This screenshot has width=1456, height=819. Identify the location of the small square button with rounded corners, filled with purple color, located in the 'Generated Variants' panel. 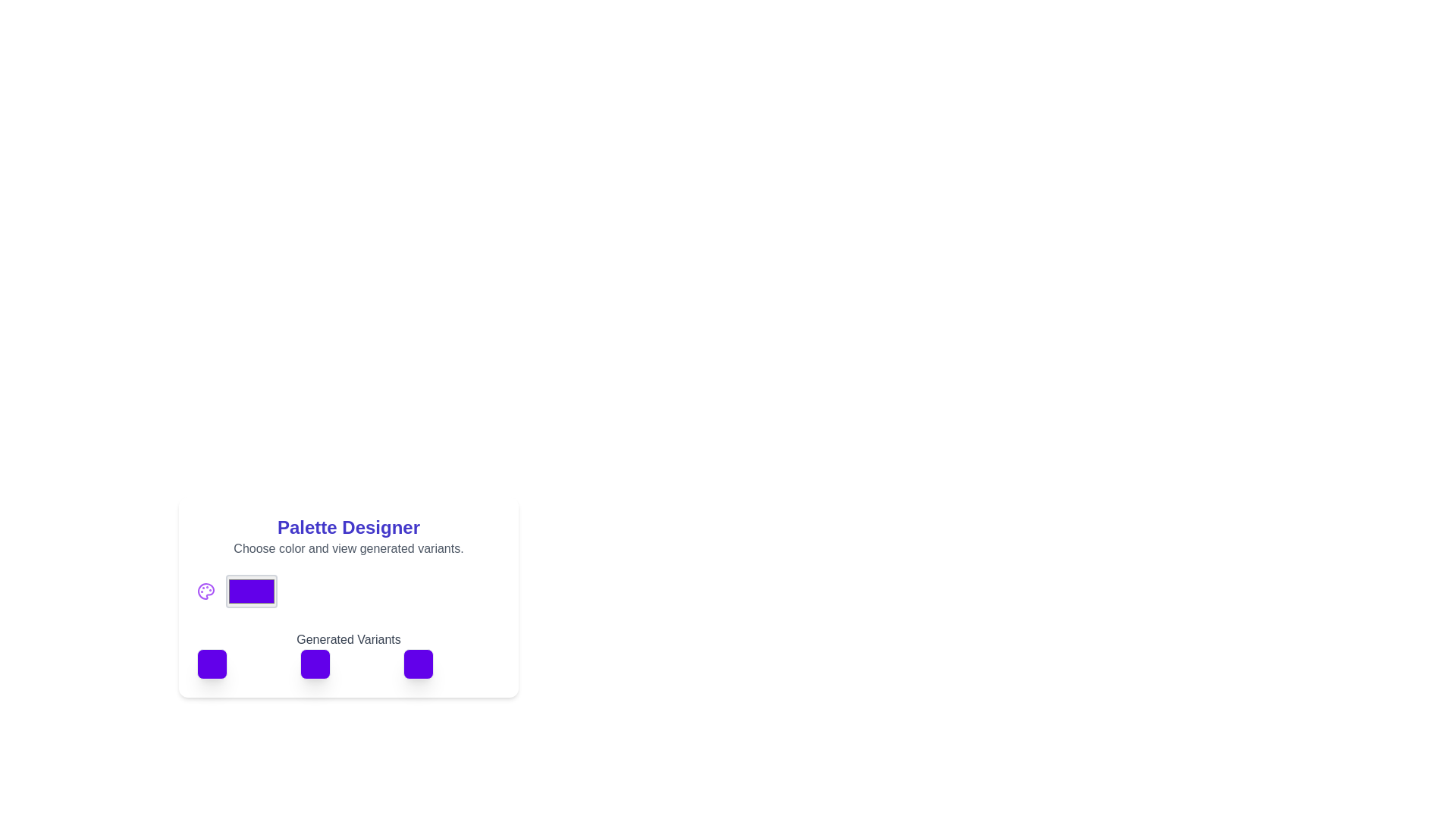
(211, 663).